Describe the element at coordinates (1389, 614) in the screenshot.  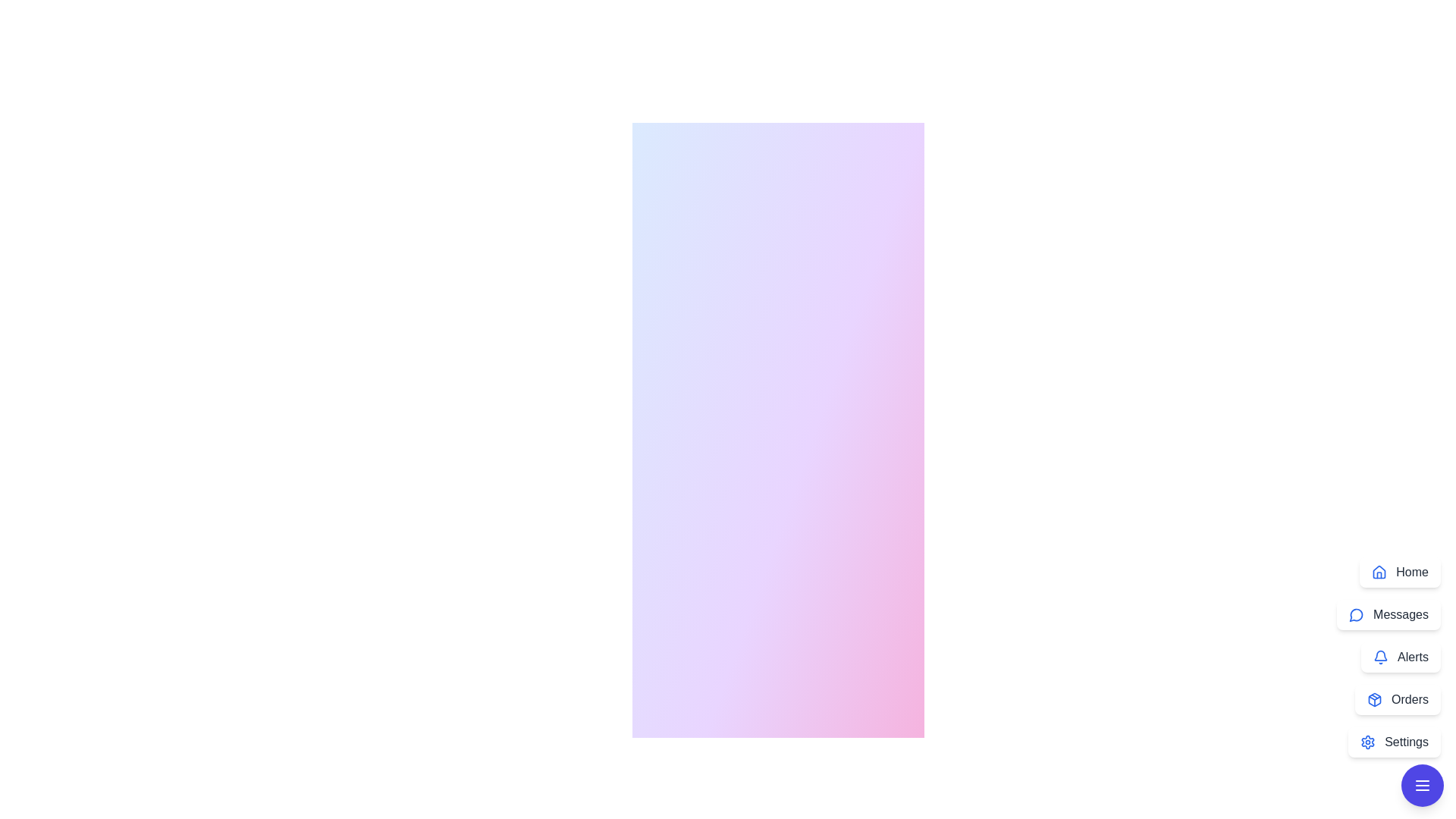
I see `the menu option Messages` at that location.